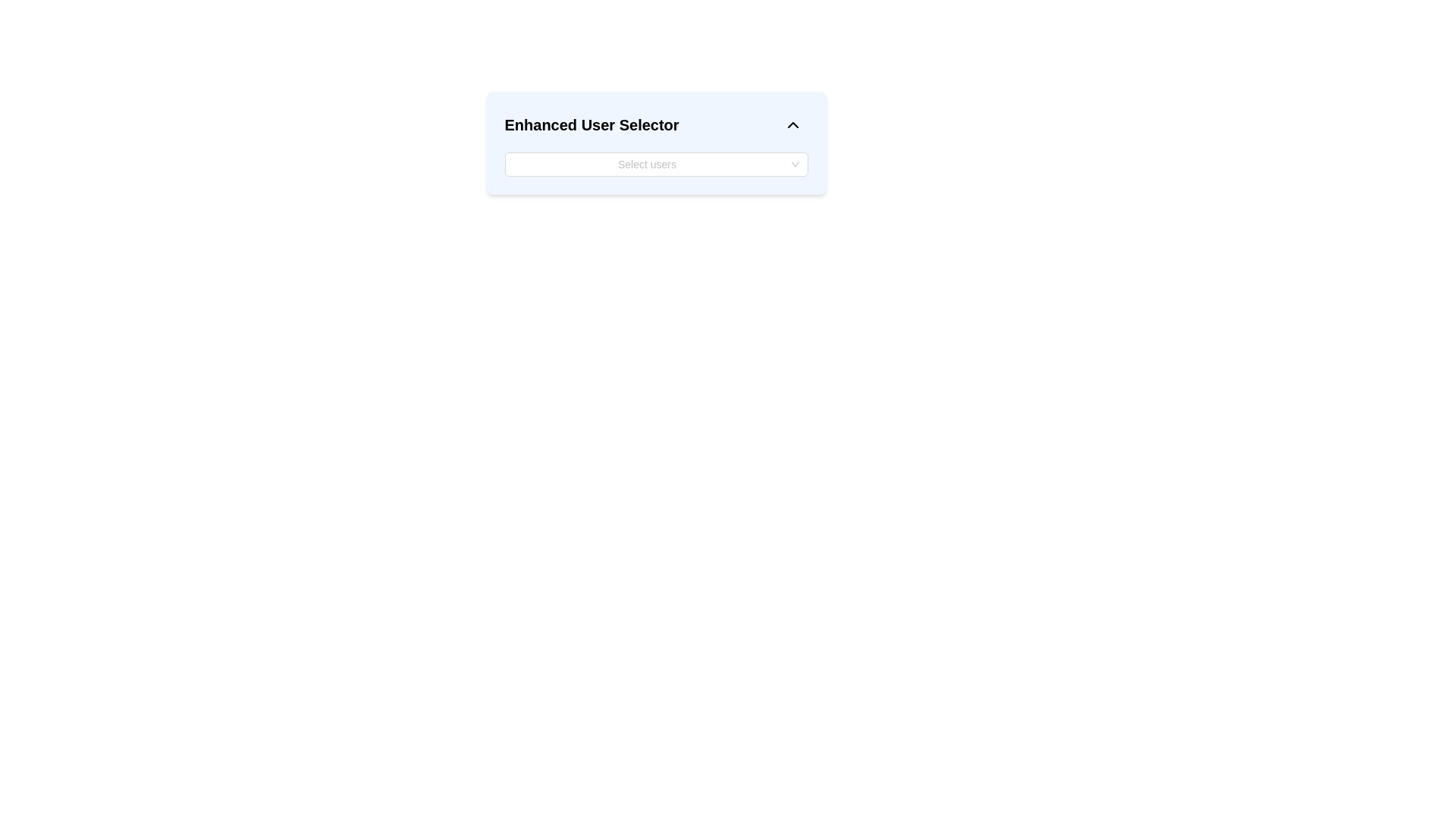 The height and width of the screenshot is (819, 1456). What do you see at coordinates (656, 164) in the screenshot?
I see `the Dropdown menu located below the title 'Enhanced User Selector', which allows users to select one or more users from a list and is the second key component` at bounding box center [656, 164].